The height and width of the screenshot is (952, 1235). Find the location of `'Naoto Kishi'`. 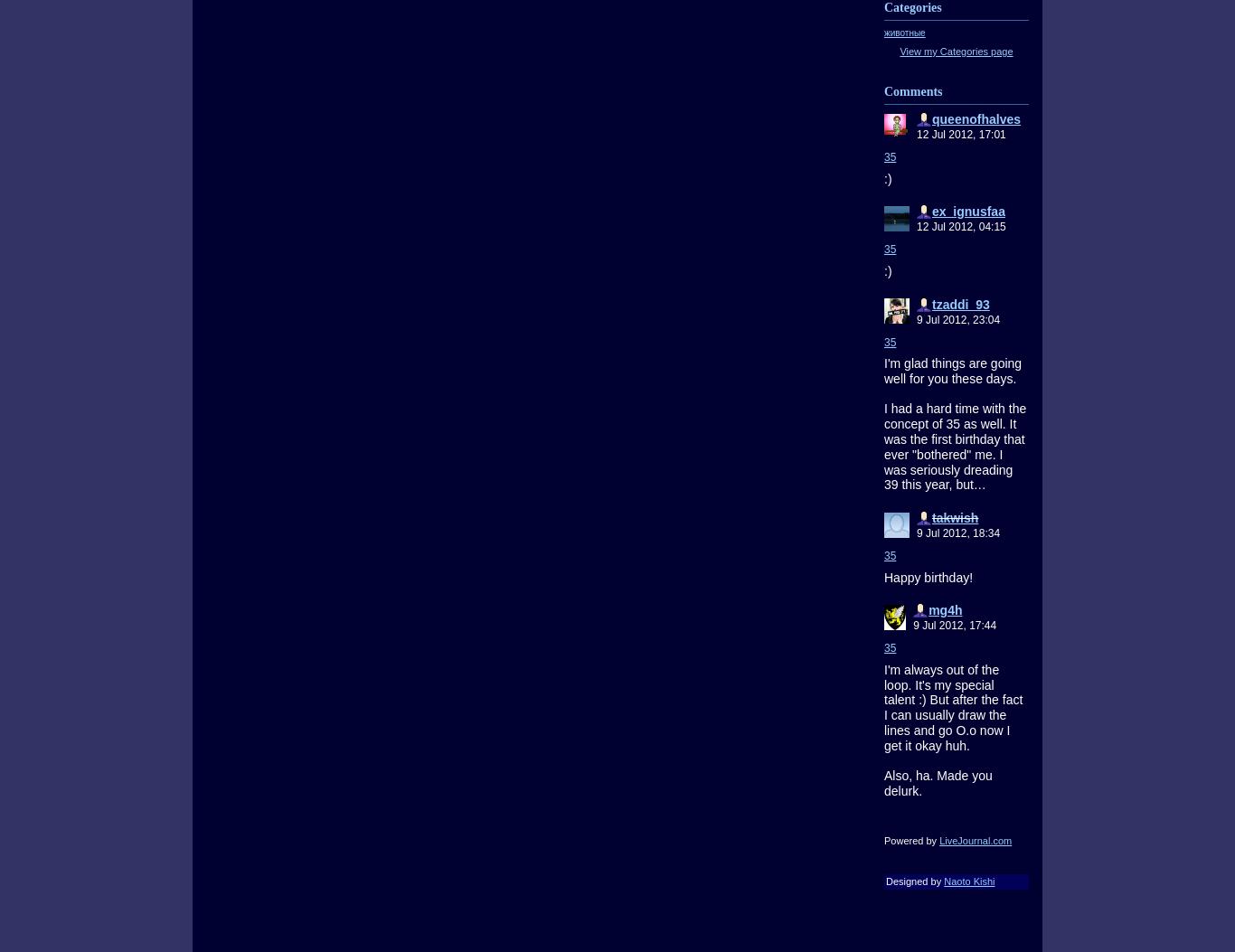

'Naoto Kishi' is located at coordinates (968, 881).